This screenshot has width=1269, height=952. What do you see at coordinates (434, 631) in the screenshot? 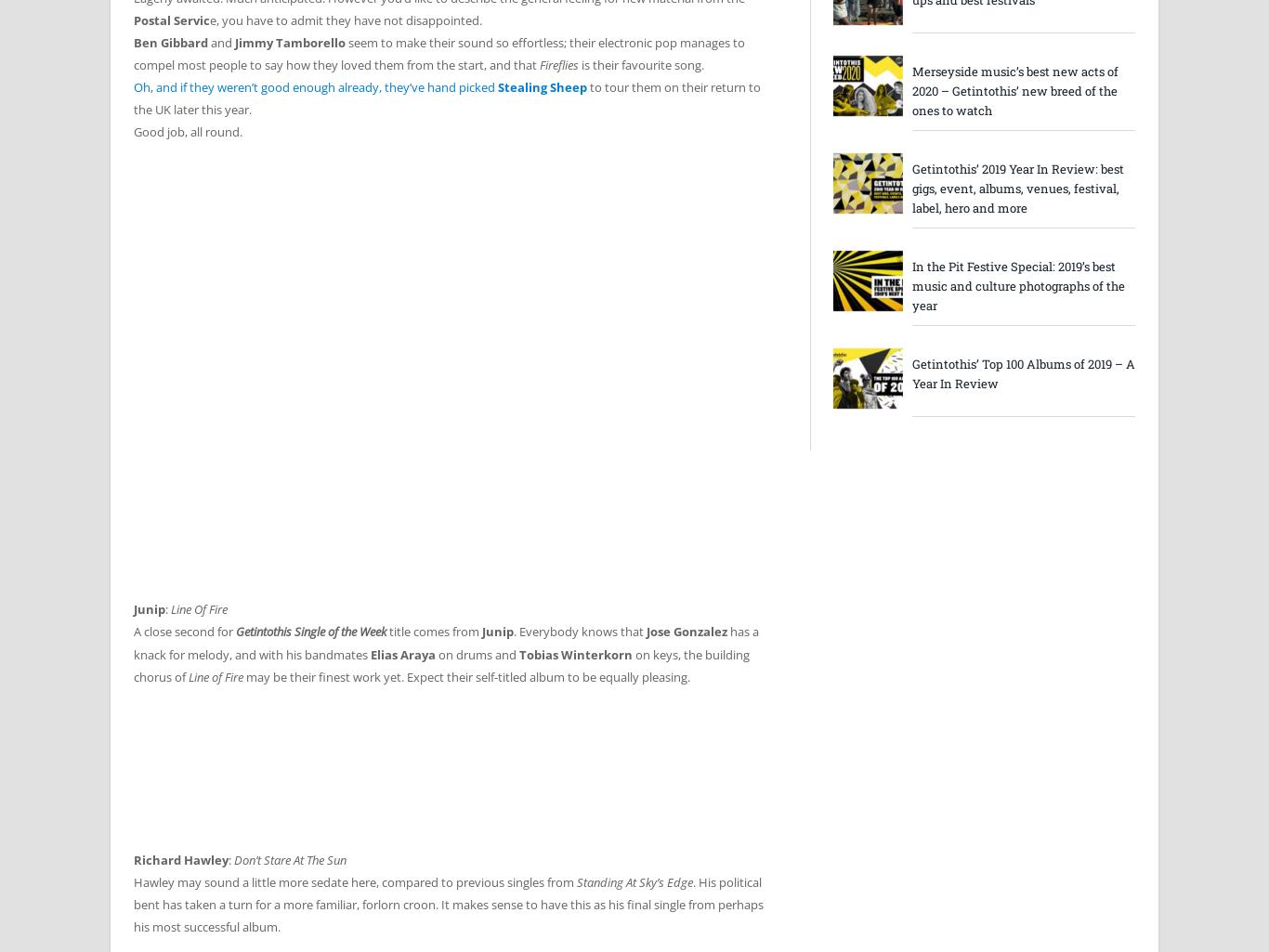
I see `'title comes from'` at bounding box center [434, 631].